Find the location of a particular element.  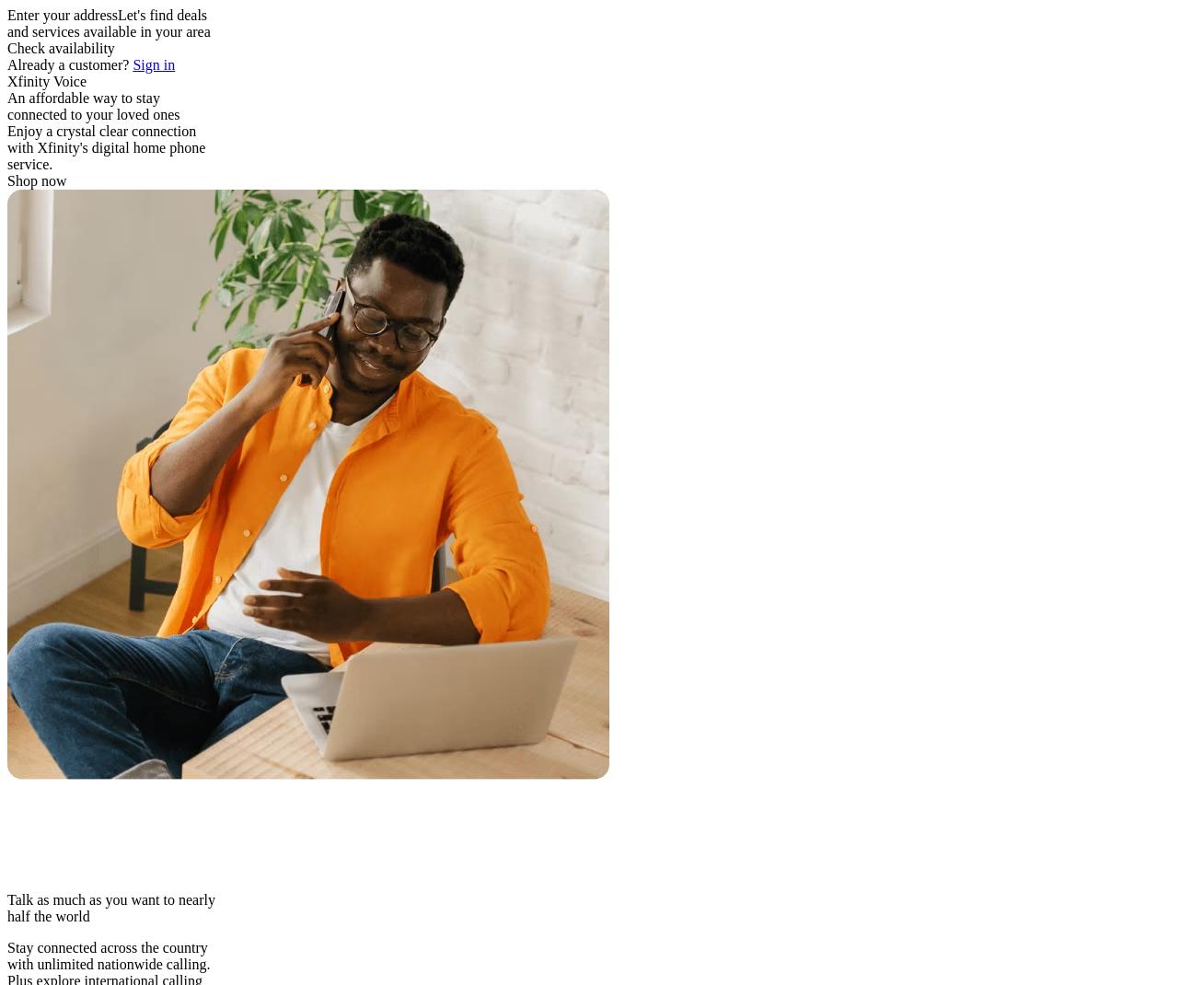

'Enter your address' is located at coordinates (62, 14).